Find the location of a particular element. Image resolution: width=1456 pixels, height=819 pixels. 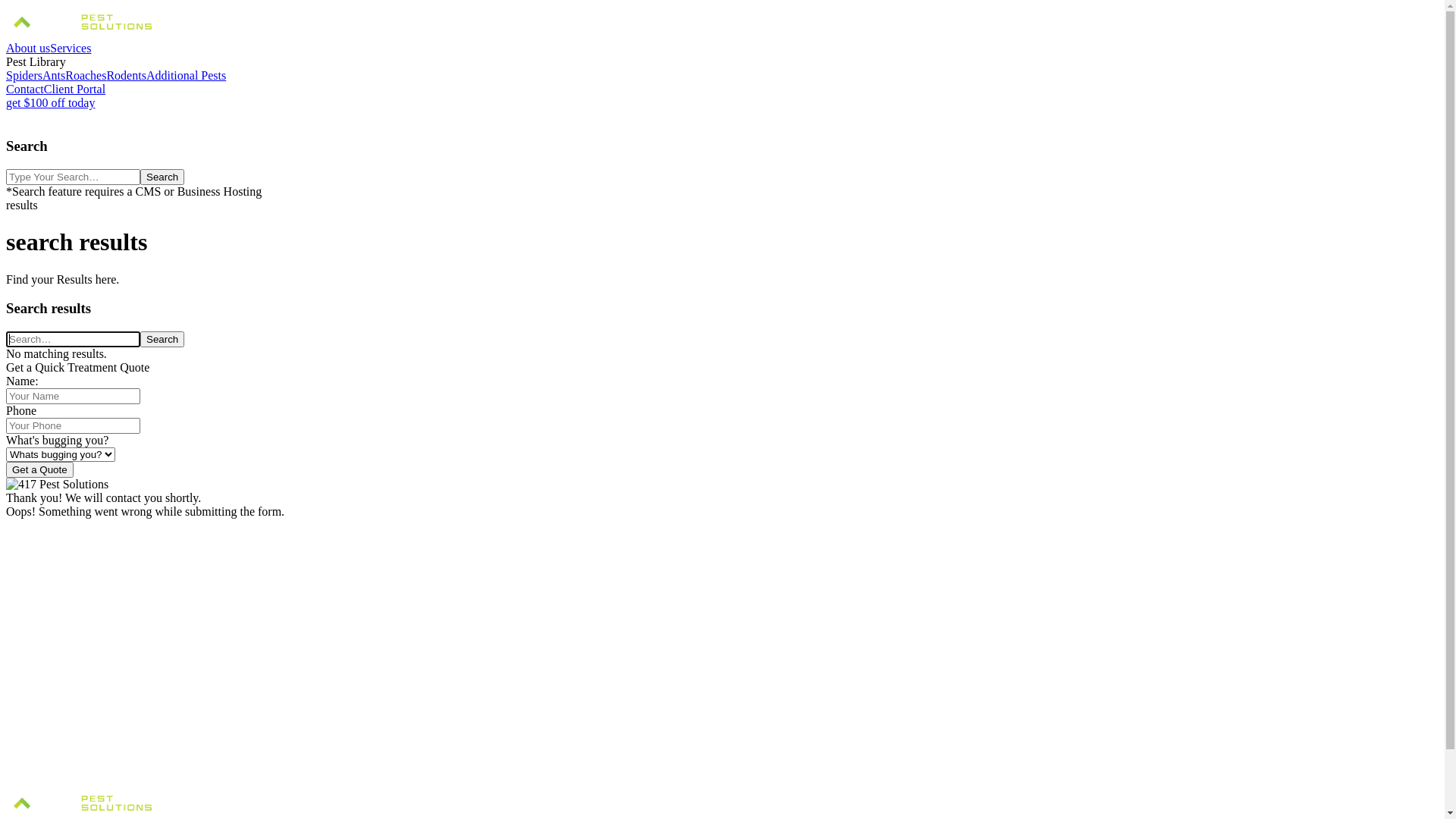

'Services' is located at coordinates (69, 47).